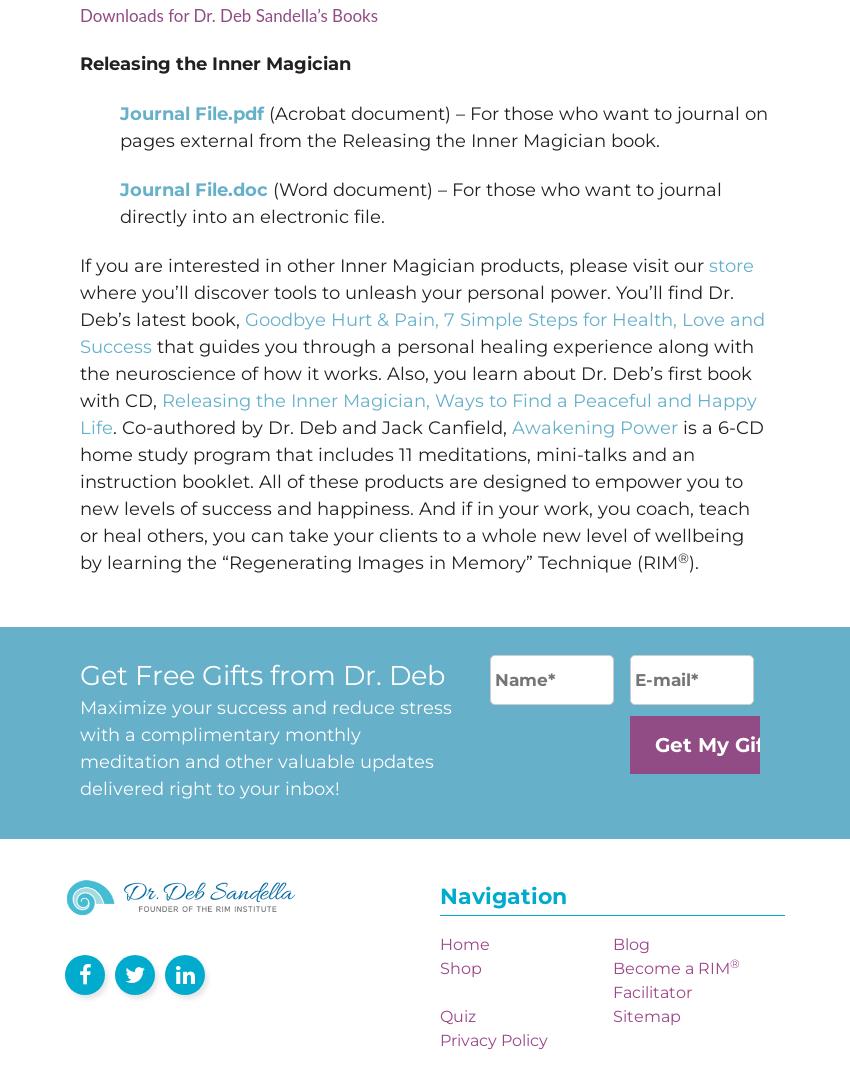 The height and width of the screenshot is (1073, 850). I want to click on ').', so click(693, 563).